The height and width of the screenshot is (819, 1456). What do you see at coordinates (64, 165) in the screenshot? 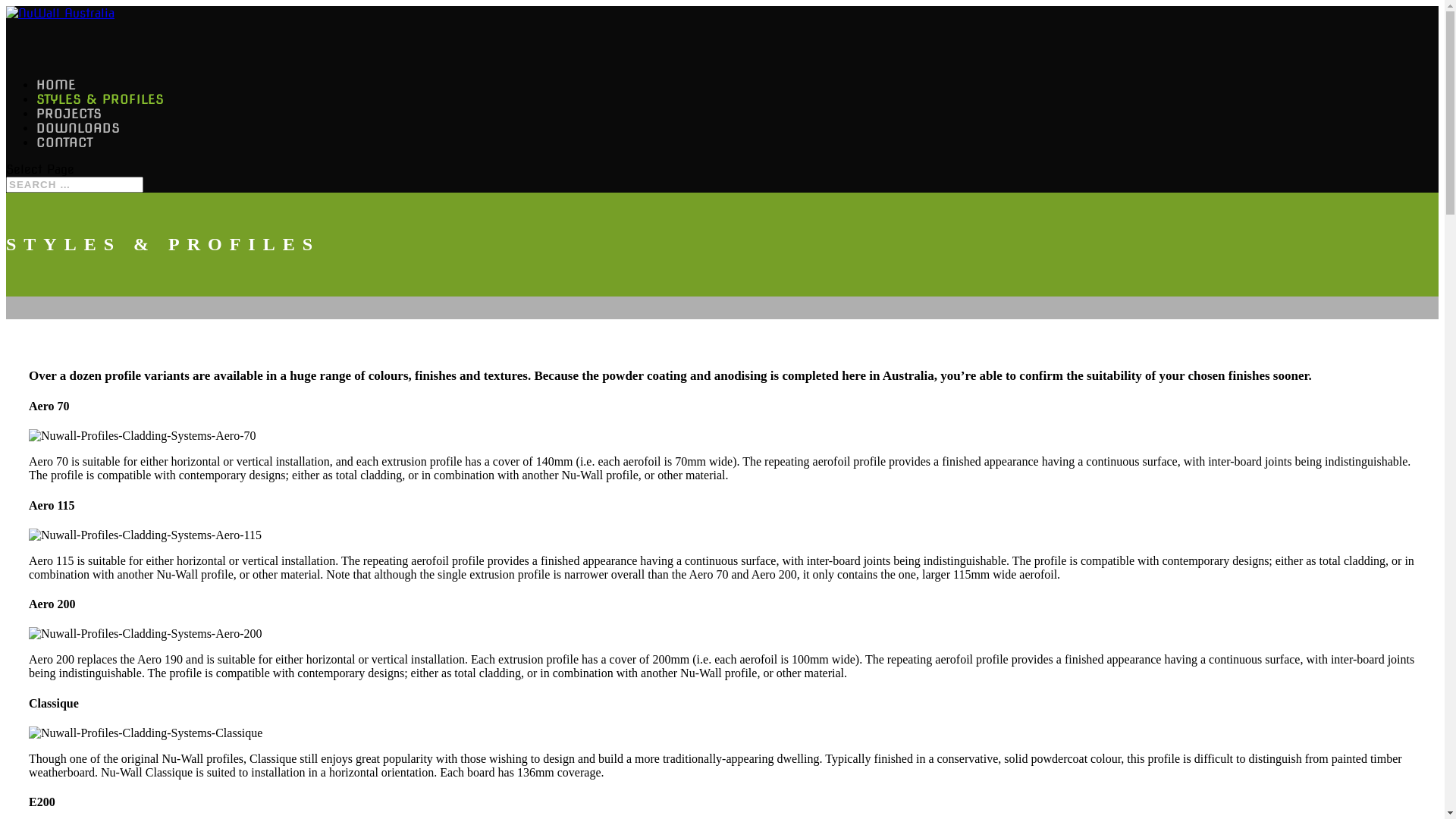
I see `'CONTACT'` at bounding box center [64, 165].